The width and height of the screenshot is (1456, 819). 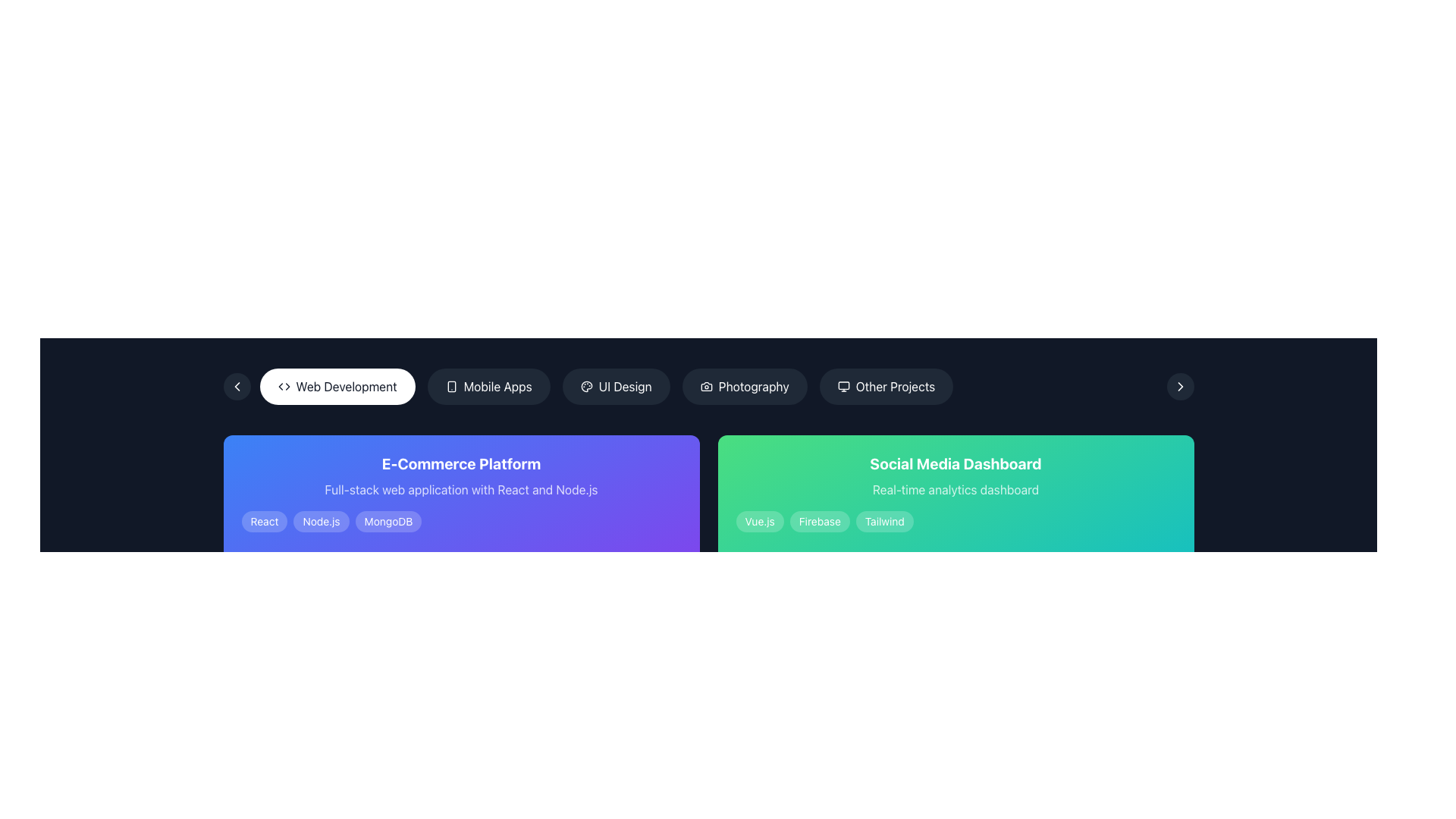 What do you see at coordinates (955, 493) in the screenshot?
I see `the static informational text labeled 'Social Media Dashboard' with a subtitle 'Real-time analytics dashboard' on a green gradient background, located in the second card of the project showcase list` at bounding box center [955, 493].